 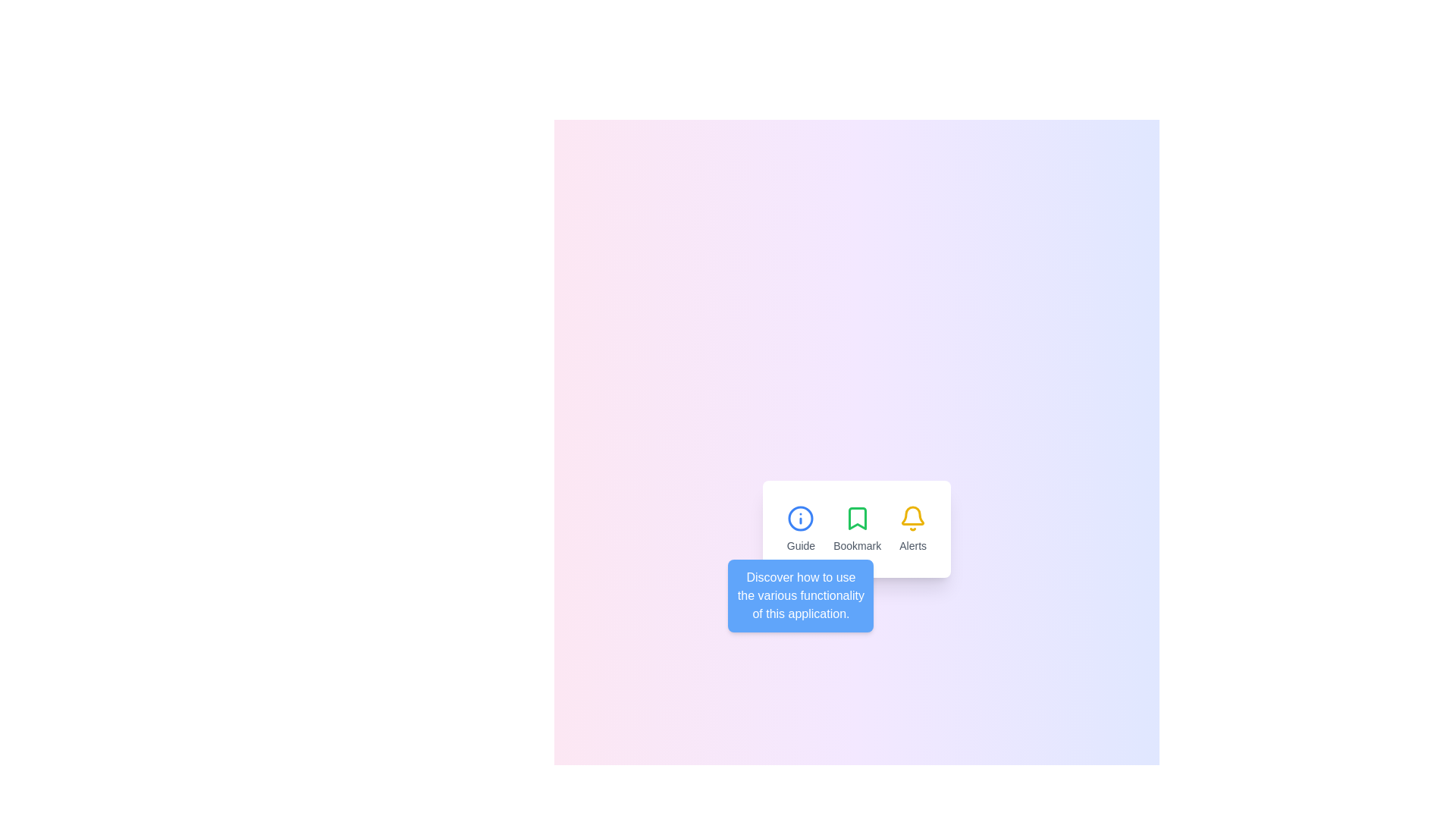 I want to click on text label that says 'Bookmark', which is styled in gray and positioned beneath the green bookmark icon, so click(x=857, y=546).